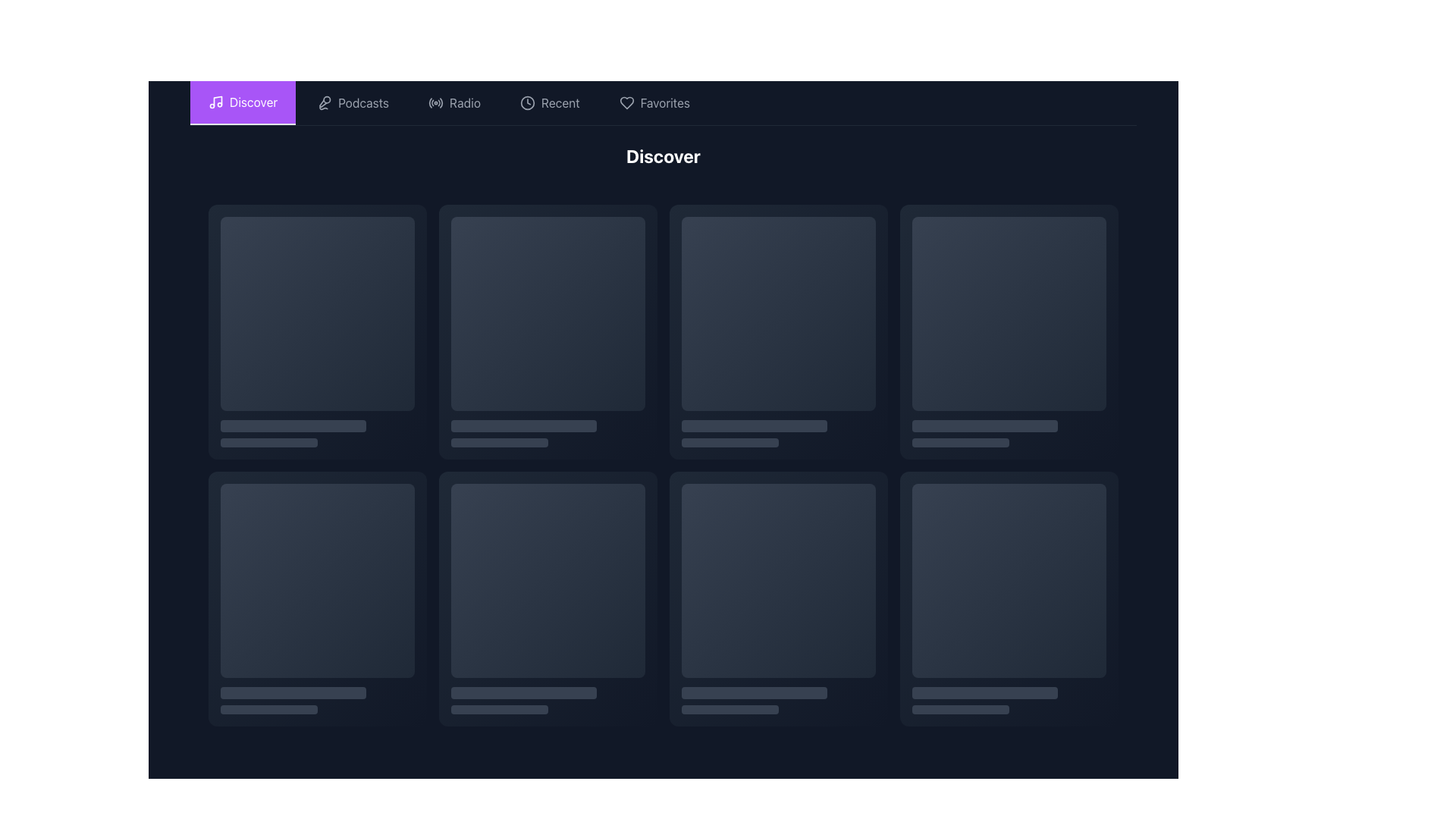 The width and height of the screenshot is (1456, 819). I want to click on the first UI Card or Content Placeholder in the grid layout by hovering over it to trigger hover effects, so click(316, 331).